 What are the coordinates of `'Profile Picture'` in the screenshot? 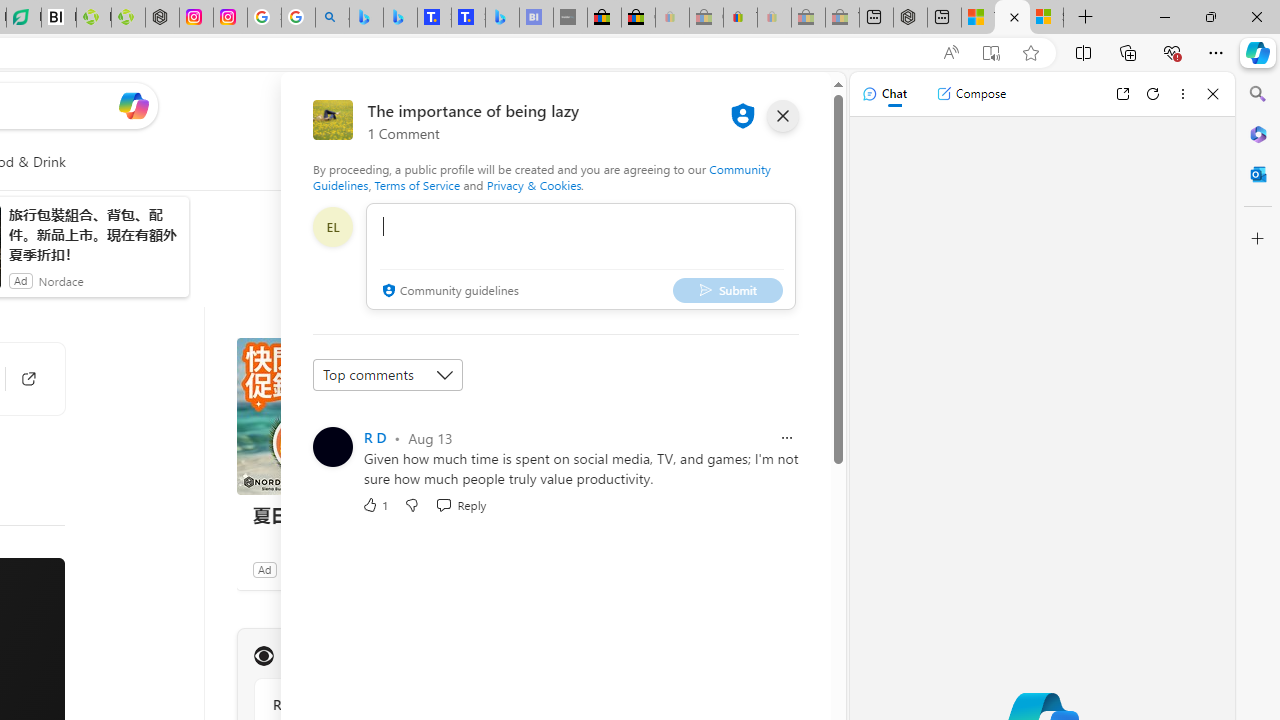 It's located at (333, 446).